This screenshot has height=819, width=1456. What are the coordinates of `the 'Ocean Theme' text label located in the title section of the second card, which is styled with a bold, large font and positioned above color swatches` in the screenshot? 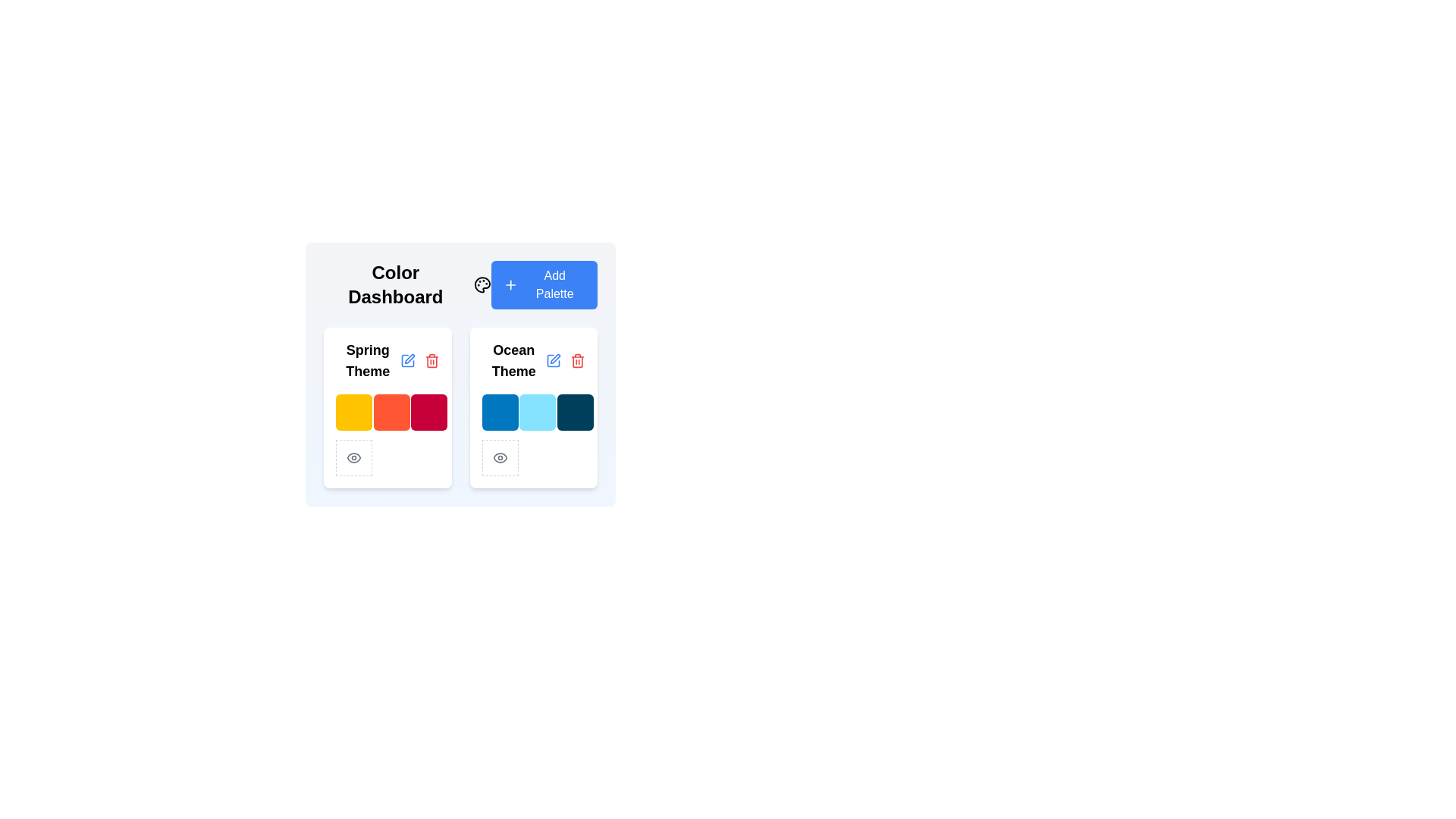 It's located at (513, 360).